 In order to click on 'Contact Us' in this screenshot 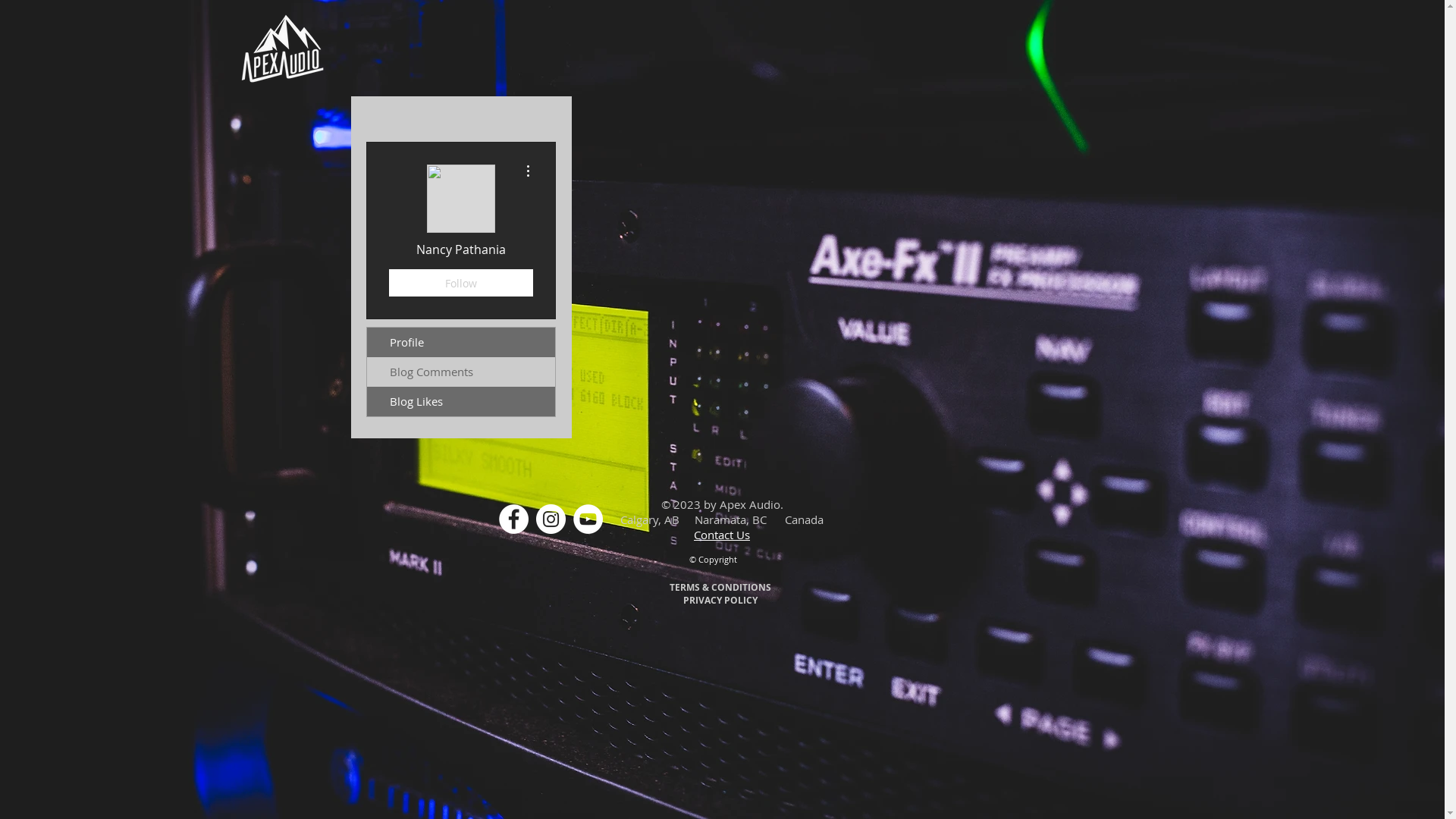, I will do `click(720, 534)`.